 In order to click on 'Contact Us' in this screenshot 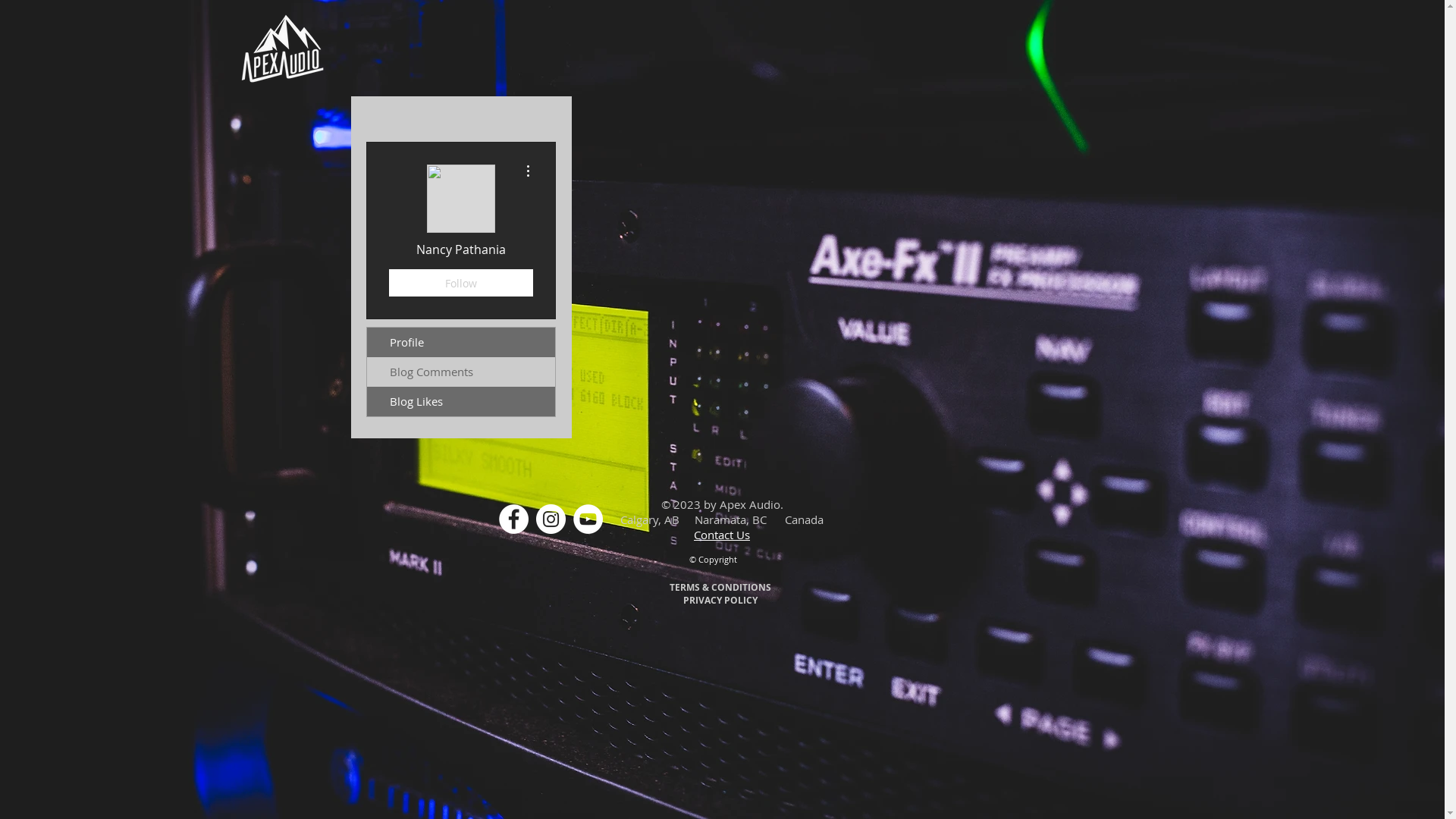, I will do `click(720, 534)`.